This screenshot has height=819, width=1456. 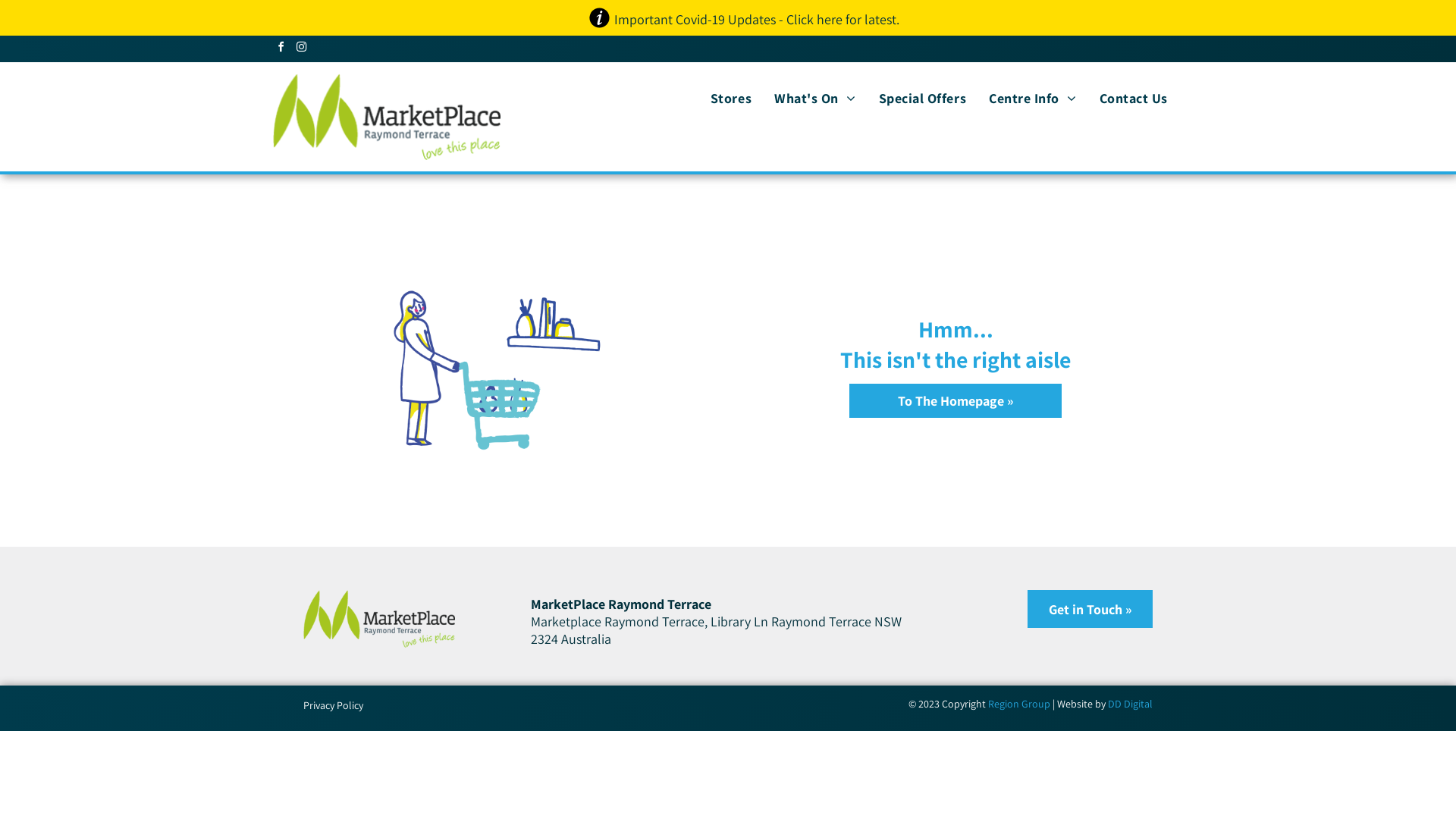 I want to click on '.', so click(x=896, y=19).